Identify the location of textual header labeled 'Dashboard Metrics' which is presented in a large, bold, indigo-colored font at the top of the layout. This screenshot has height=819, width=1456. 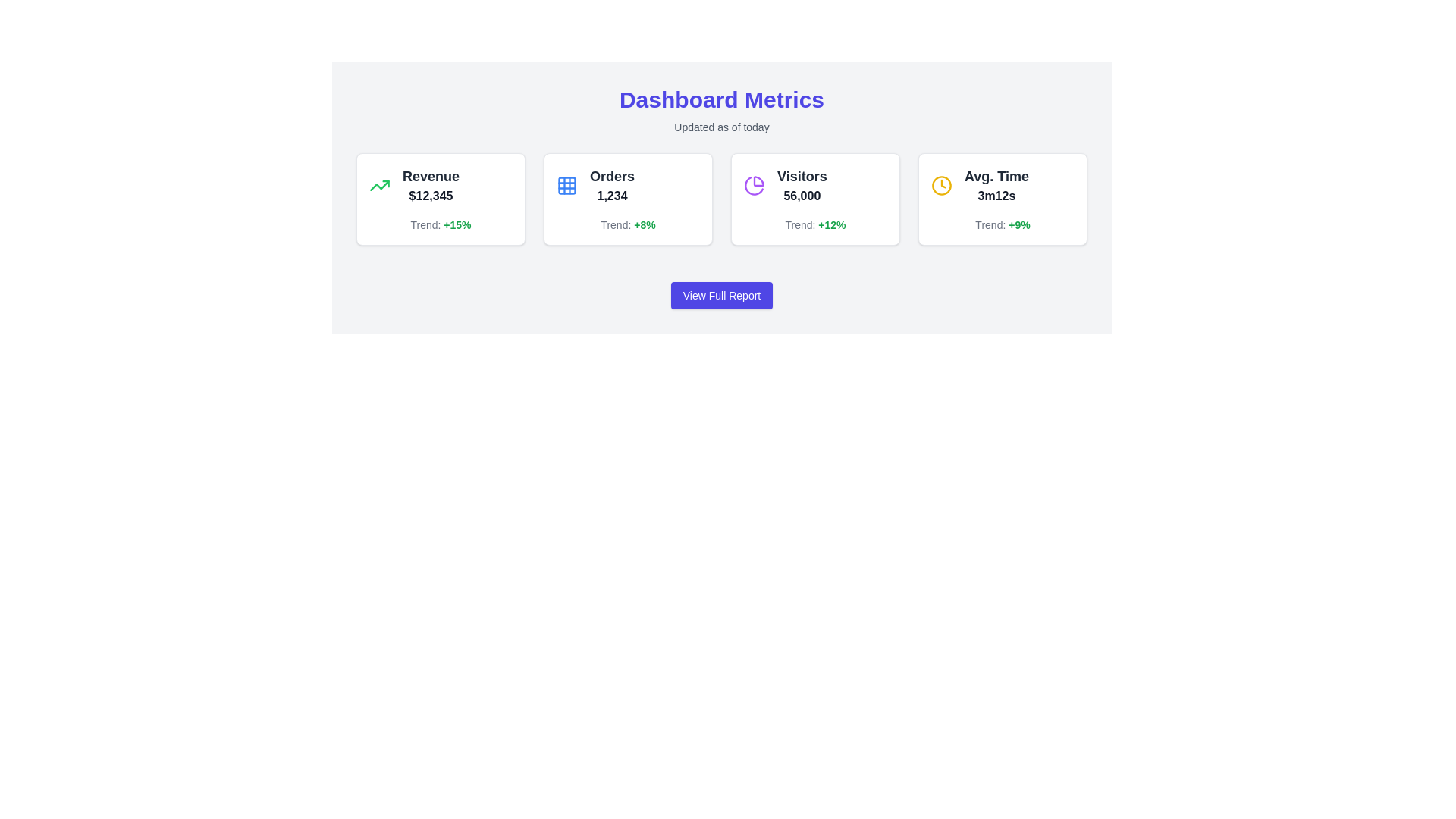
(720, 99).